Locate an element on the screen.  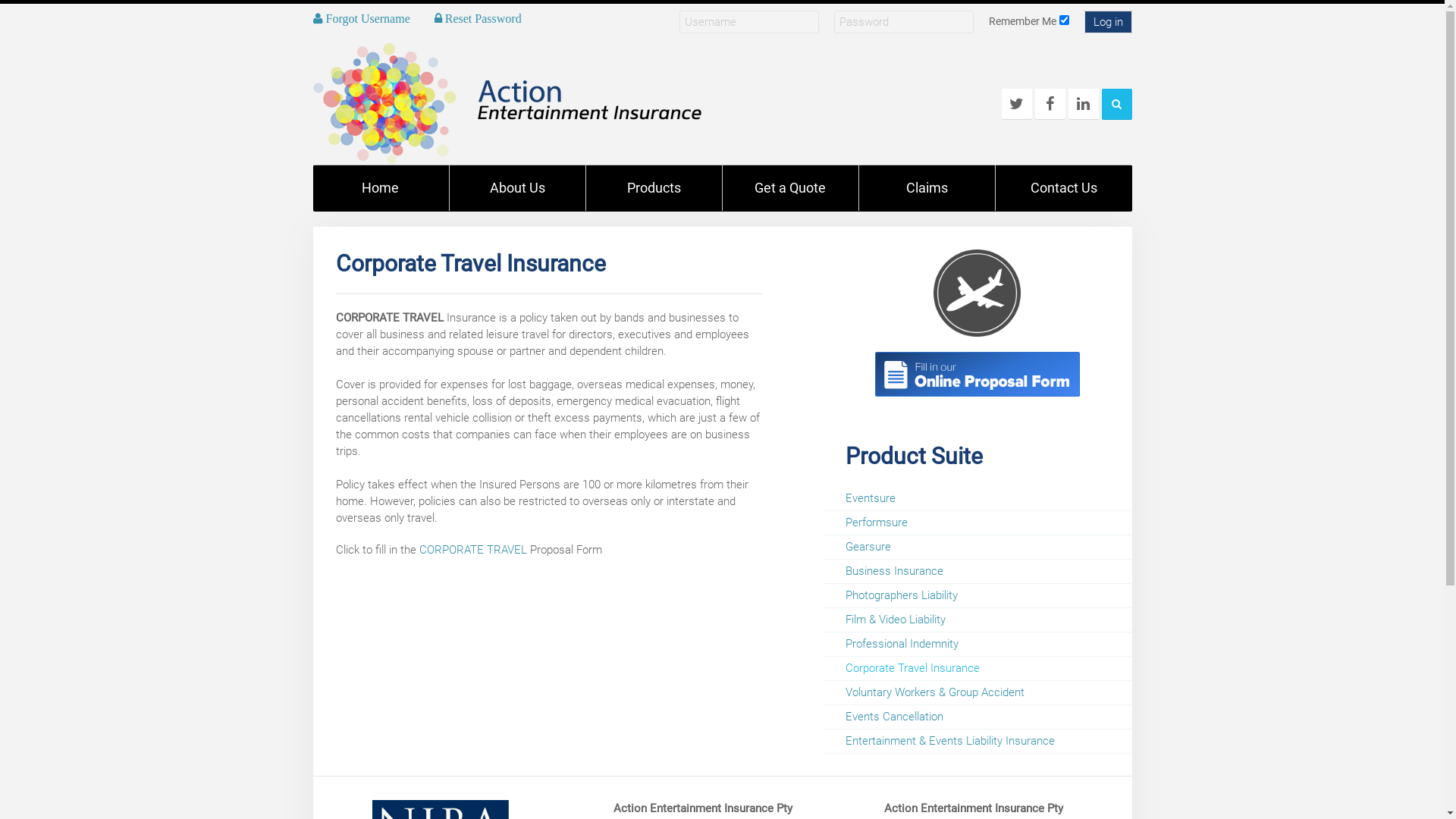
'Claims' is located at coordinates (926, 187).